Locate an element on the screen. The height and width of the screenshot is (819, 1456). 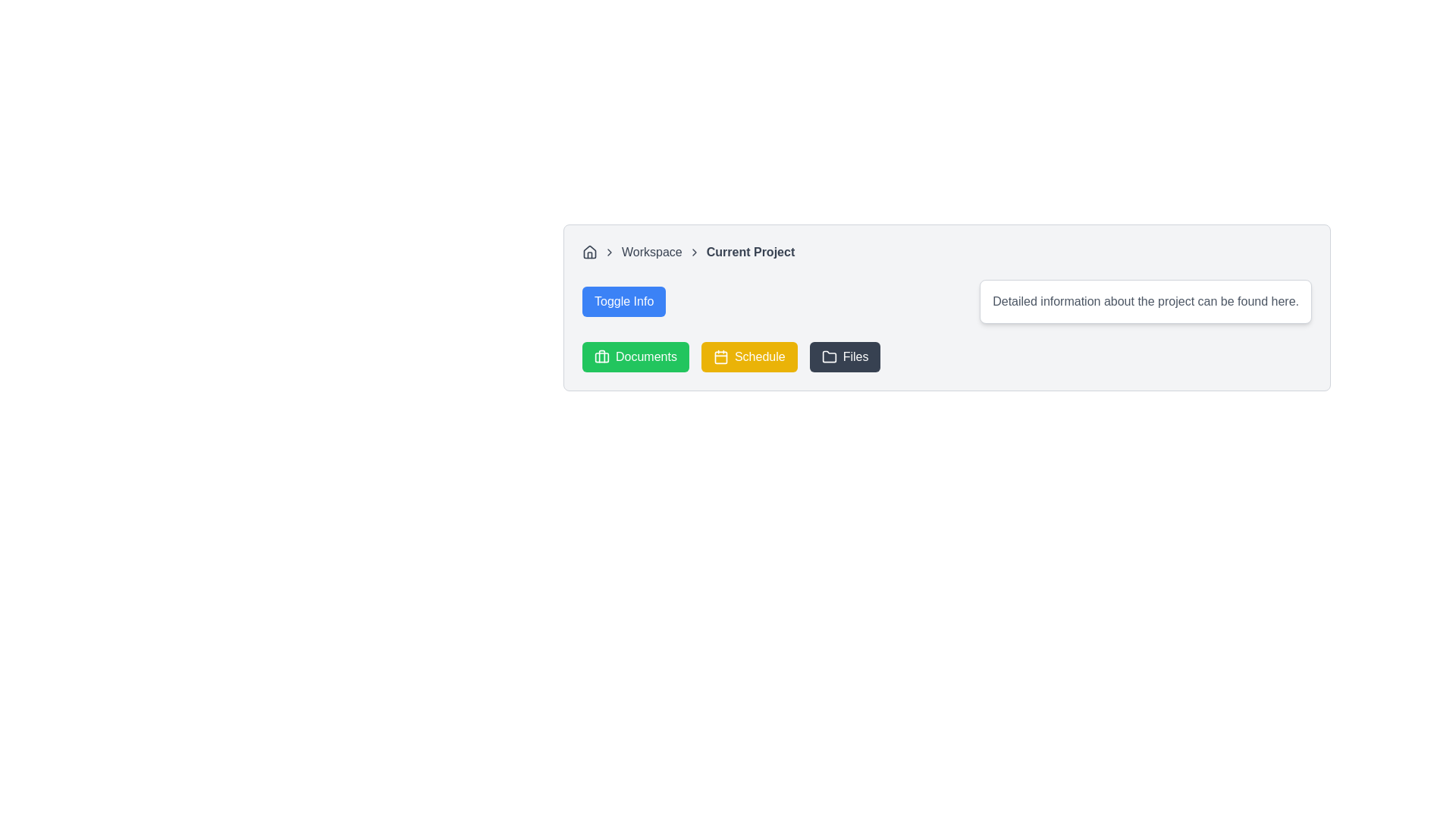
the 'Workspace' navigation label in the breadcrumb trail is located at coordinates (651, 251).